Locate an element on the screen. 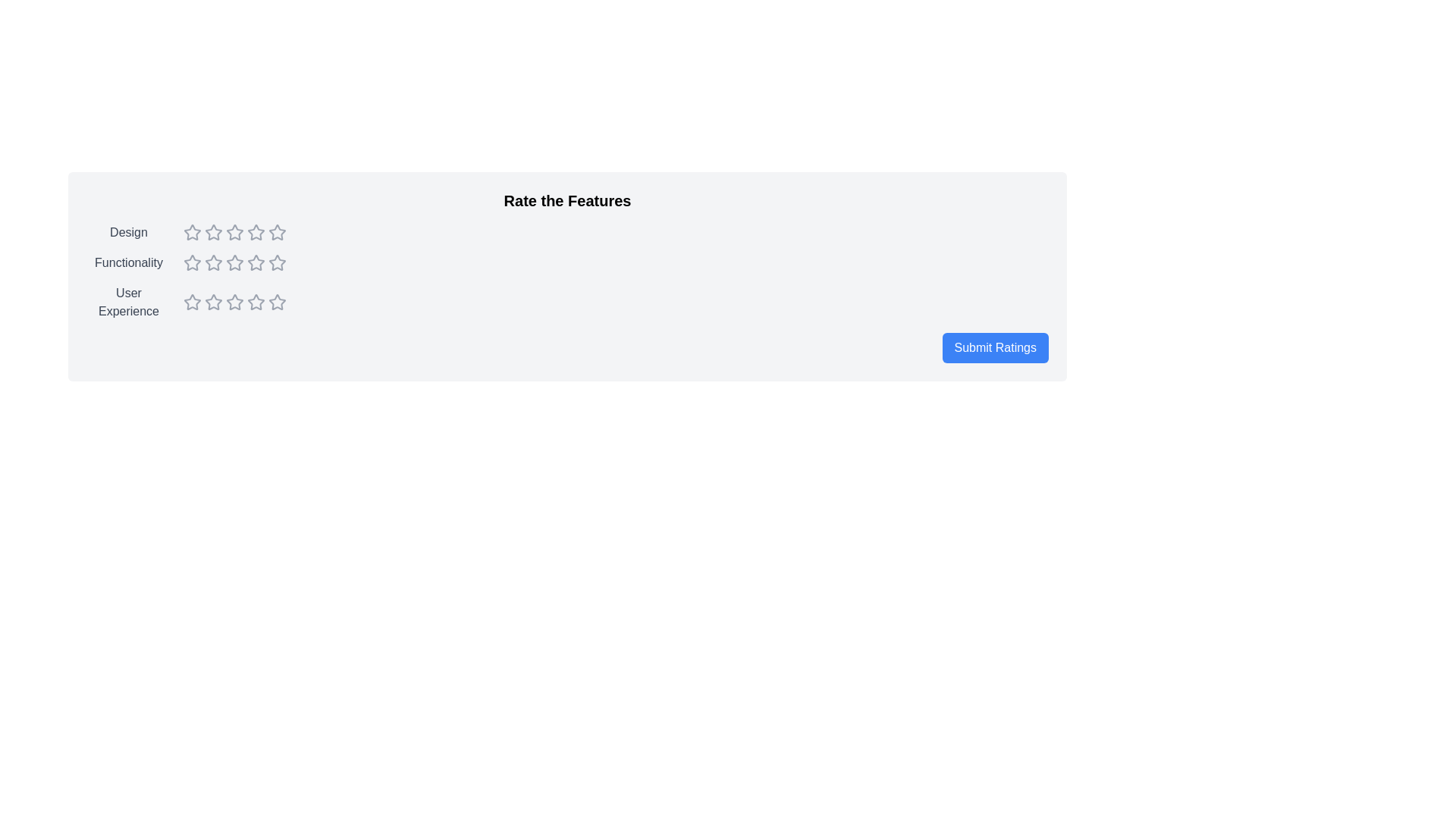 The height and width of the screenshot is (819, 1456). the fourth star icon in the rating scale is located at coordinates (277, 262).